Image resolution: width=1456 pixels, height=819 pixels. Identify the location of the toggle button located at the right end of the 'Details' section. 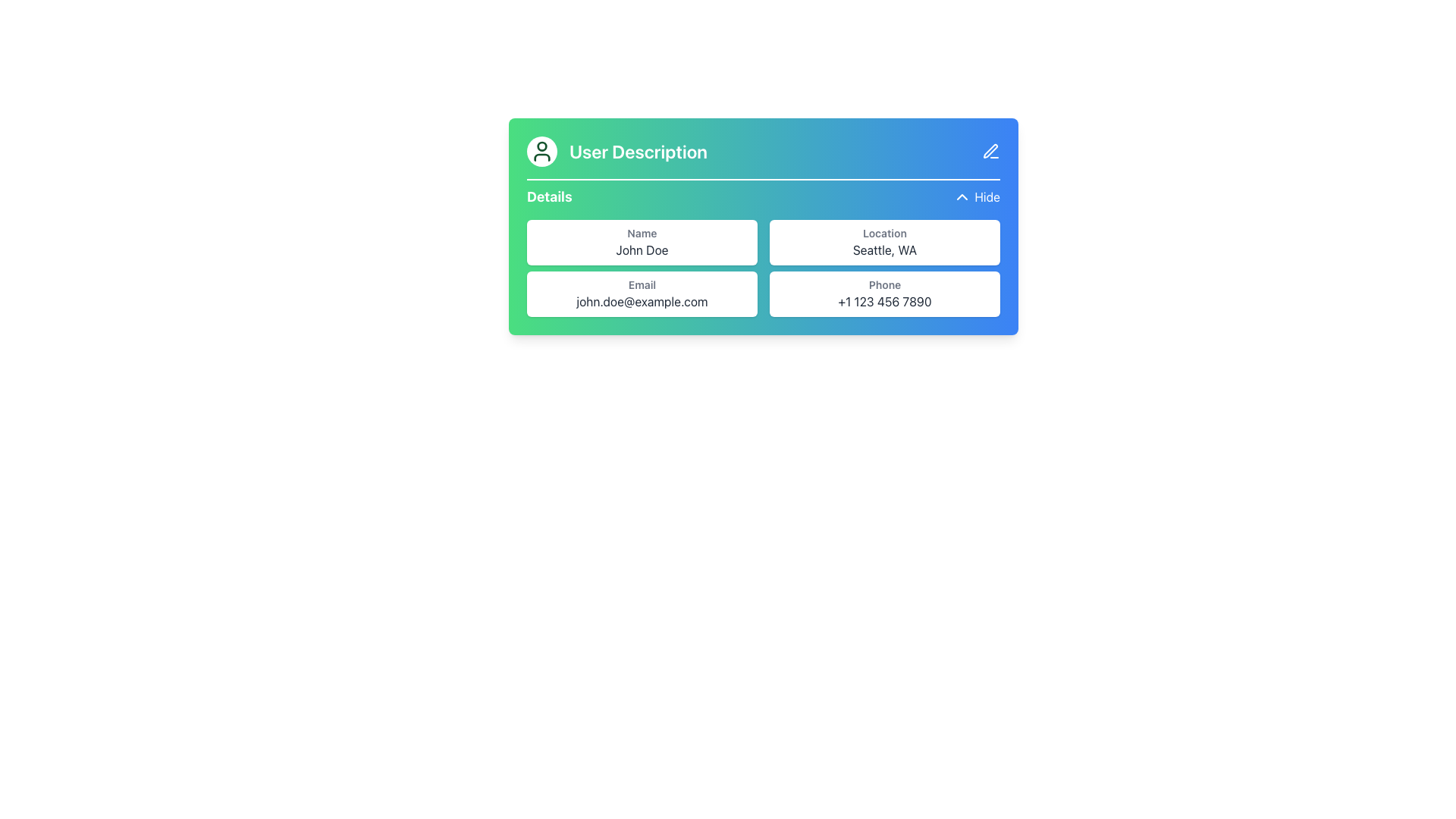
(976, 196).